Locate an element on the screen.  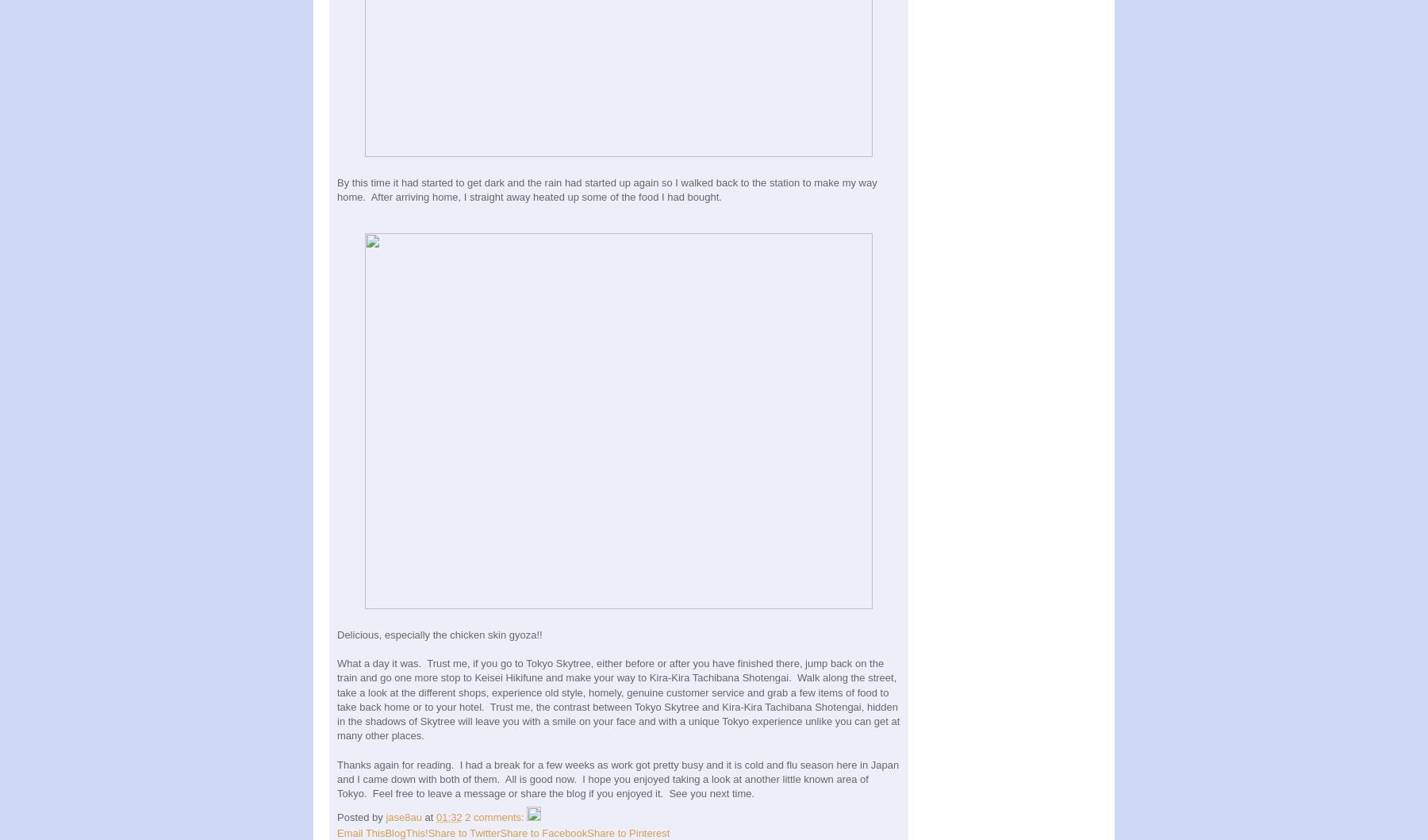
'jase8au' is located at coordinates (385, 815).